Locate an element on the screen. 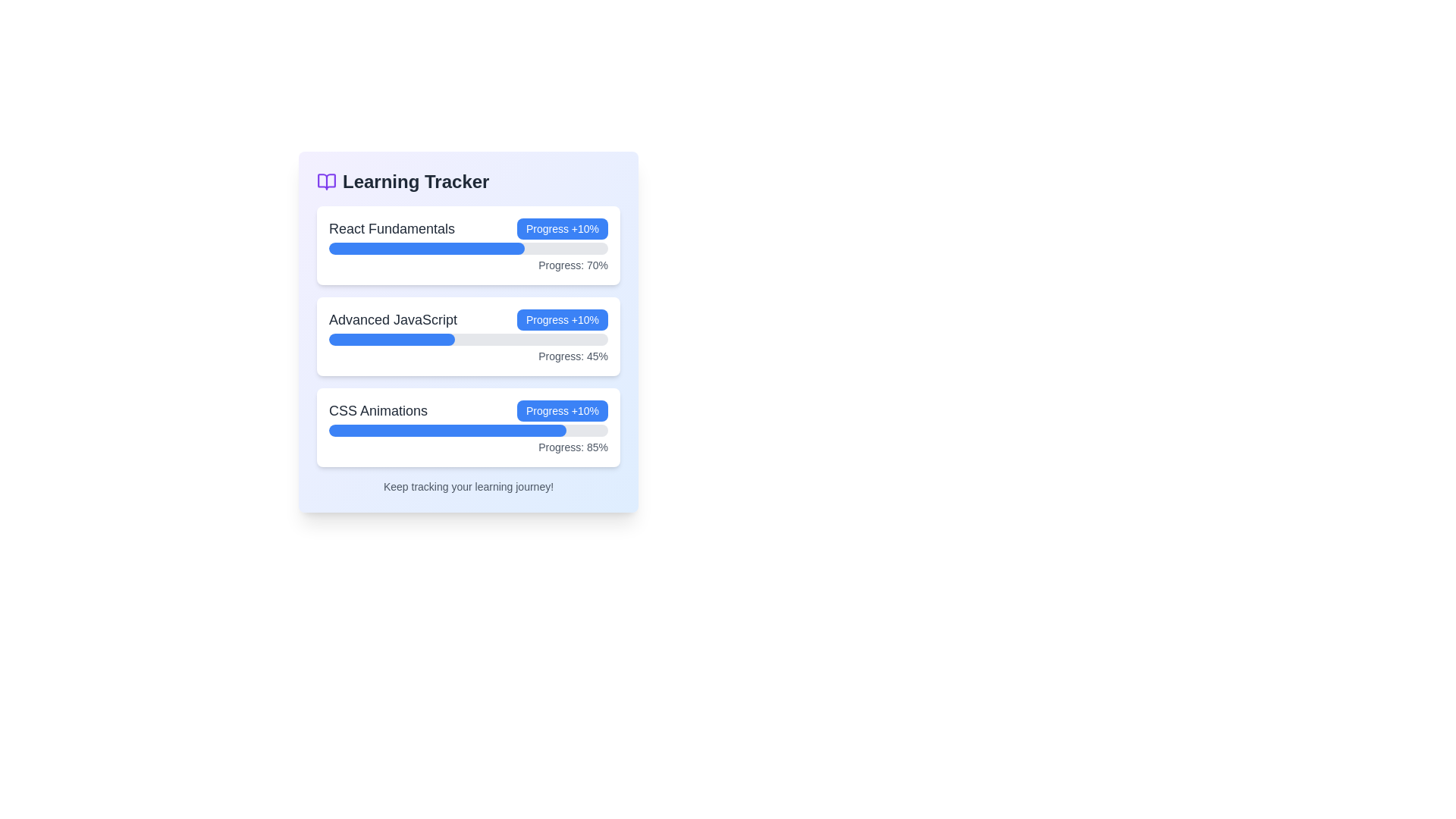 The width and height of the screenshot is (1456, 819). the visual representation of the blue, rounded progress bar segment indicating 70% completion of the 'React Fundamentals' section, located beneath its corresponding label is located at coordinates (425, 247).